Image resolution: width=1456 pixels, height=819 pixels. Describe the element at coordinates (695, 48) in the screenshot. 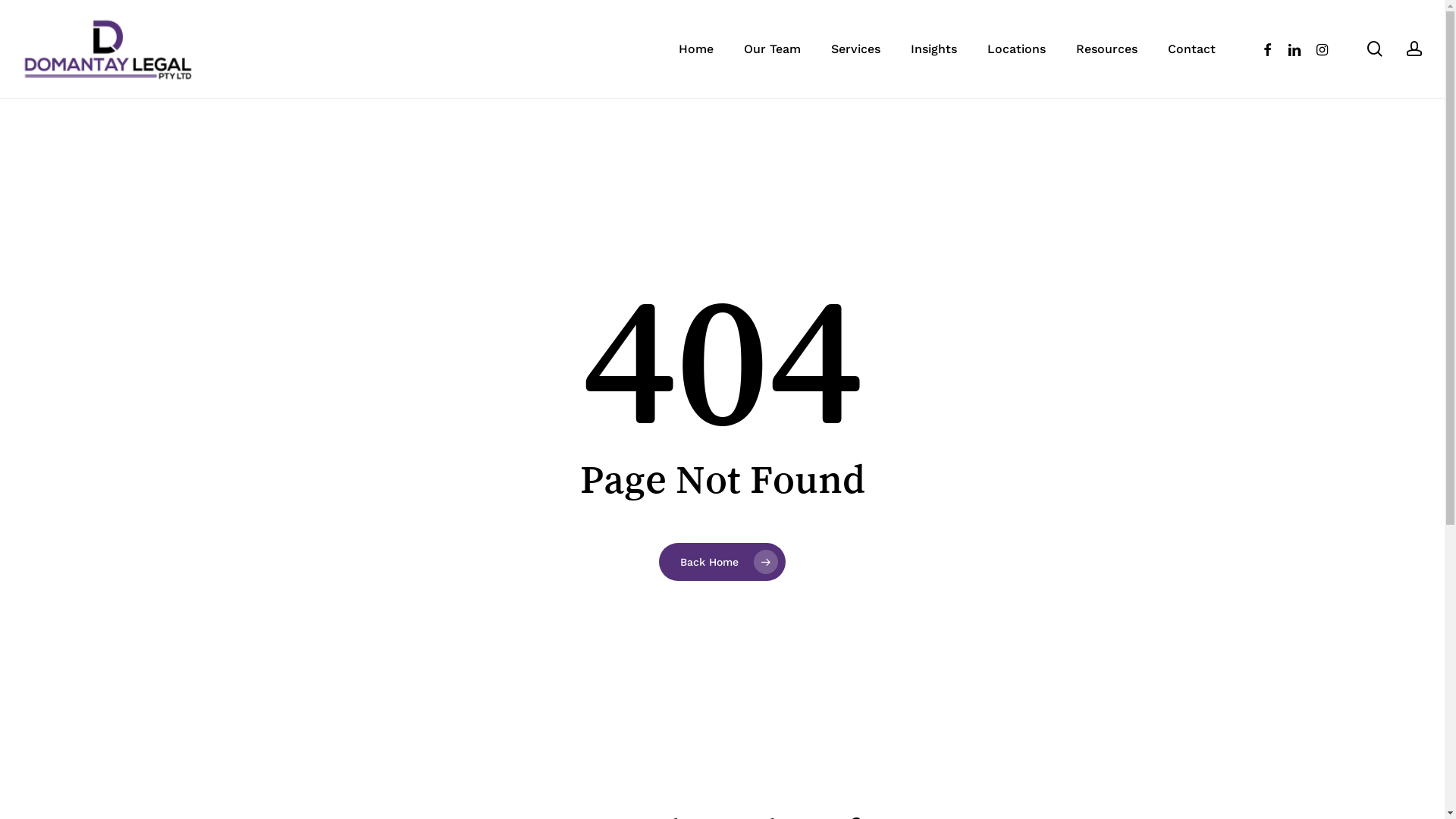

I see `'Home'` at that location.